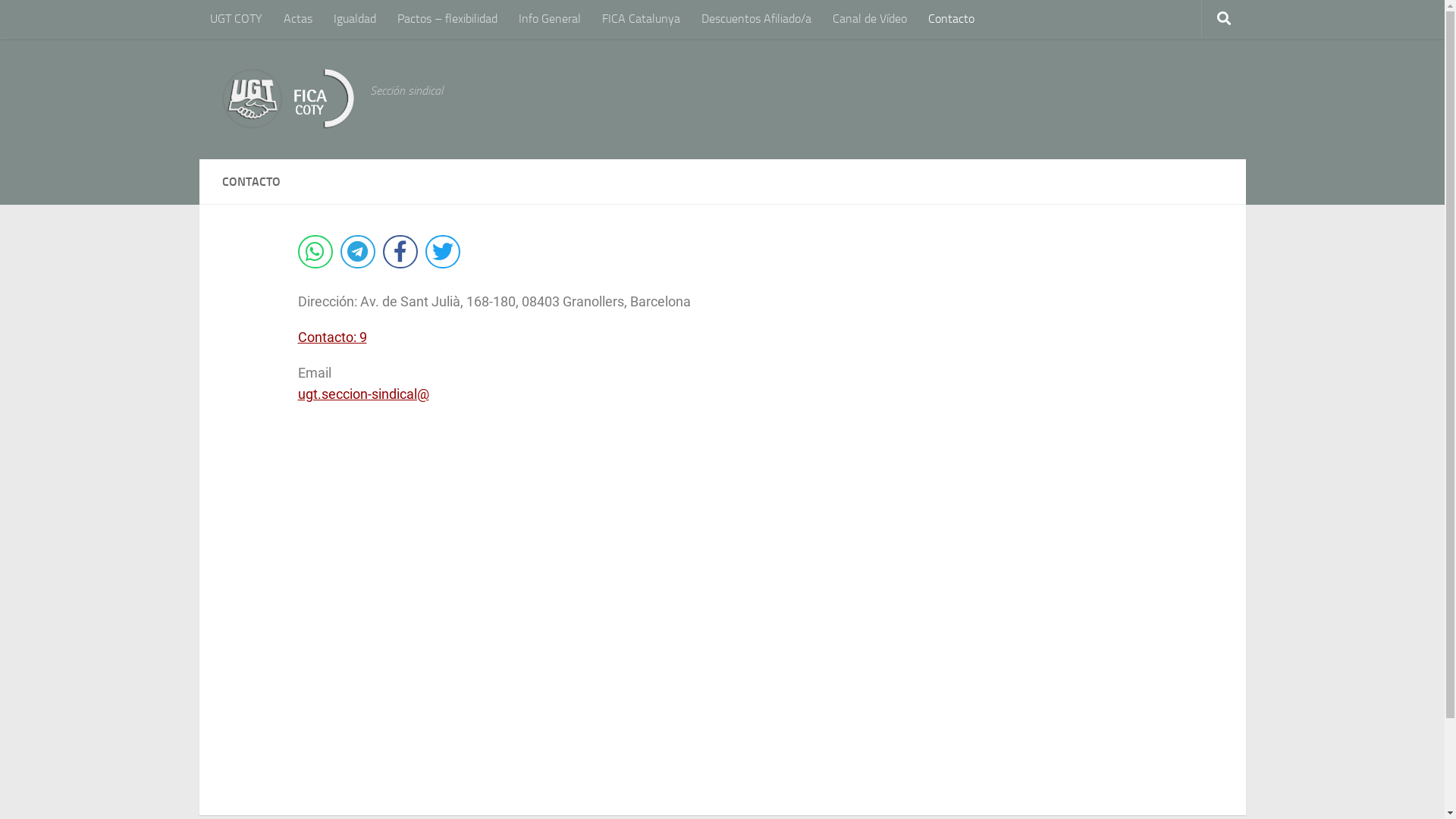 This screenshot has height=819, width=1456. Describe the element at coordinates (234, 18) in the screenshot. I see `'UGT COTY'` at that location.